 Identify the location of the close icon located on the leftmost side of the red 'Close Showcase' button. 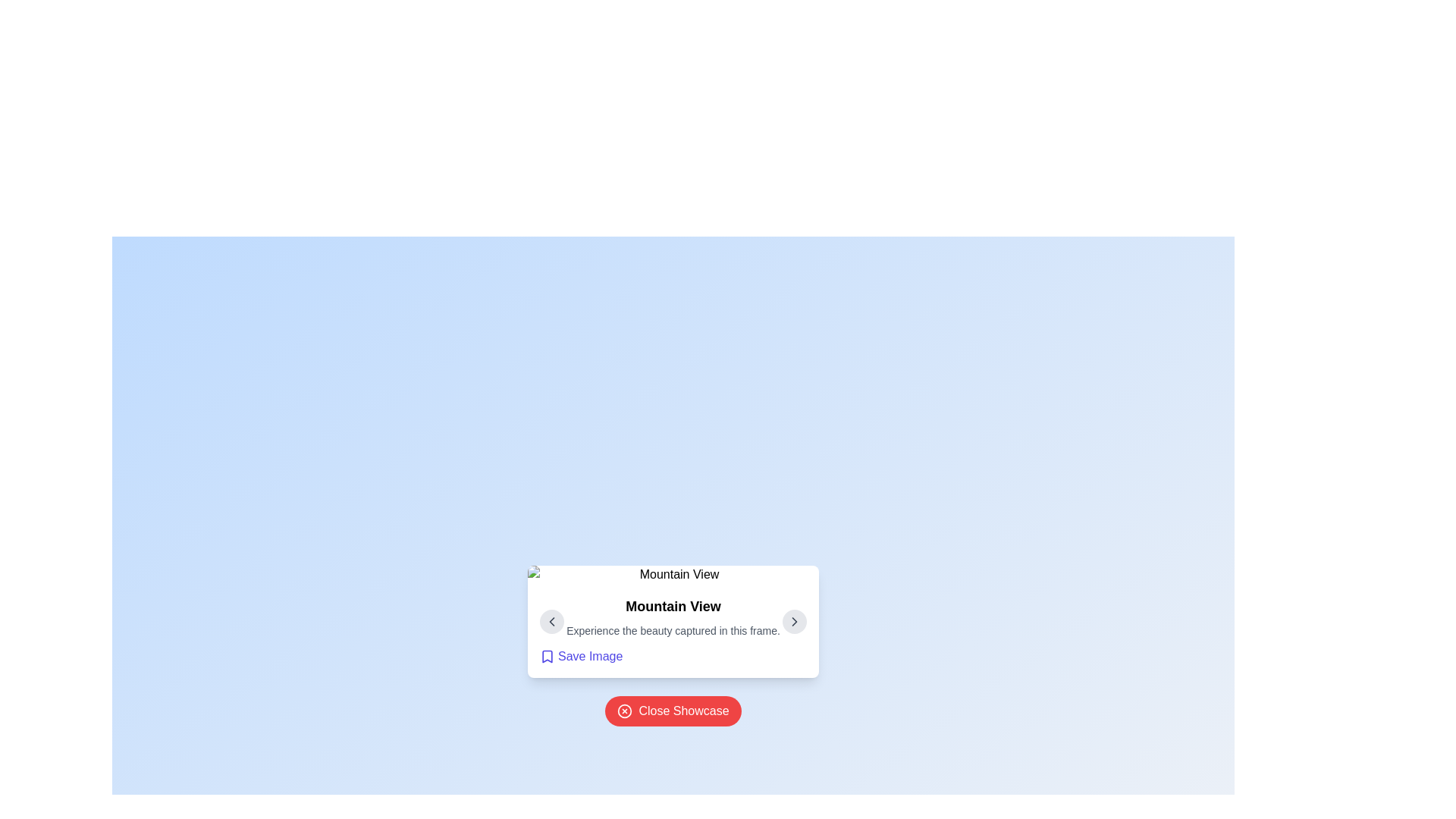
(625, 711).